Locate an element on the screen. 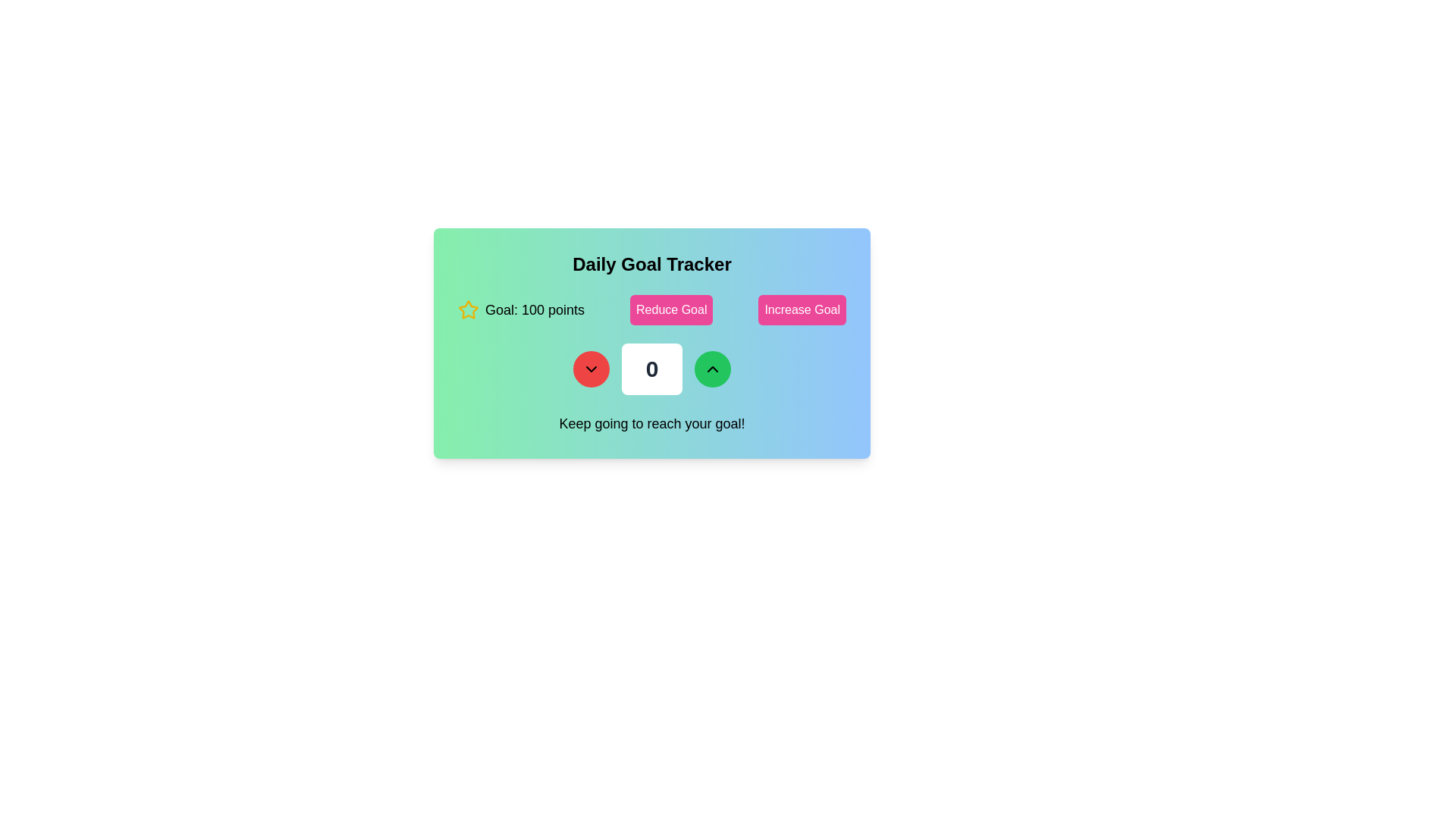 The width and height of the screenshot is (1456, 819). the centered text component labeled 'Keep going to reach your goal!' which is positioned at the bottom of the 'Daily Goal Tracker' interface card is located at coordinates (651, 424).